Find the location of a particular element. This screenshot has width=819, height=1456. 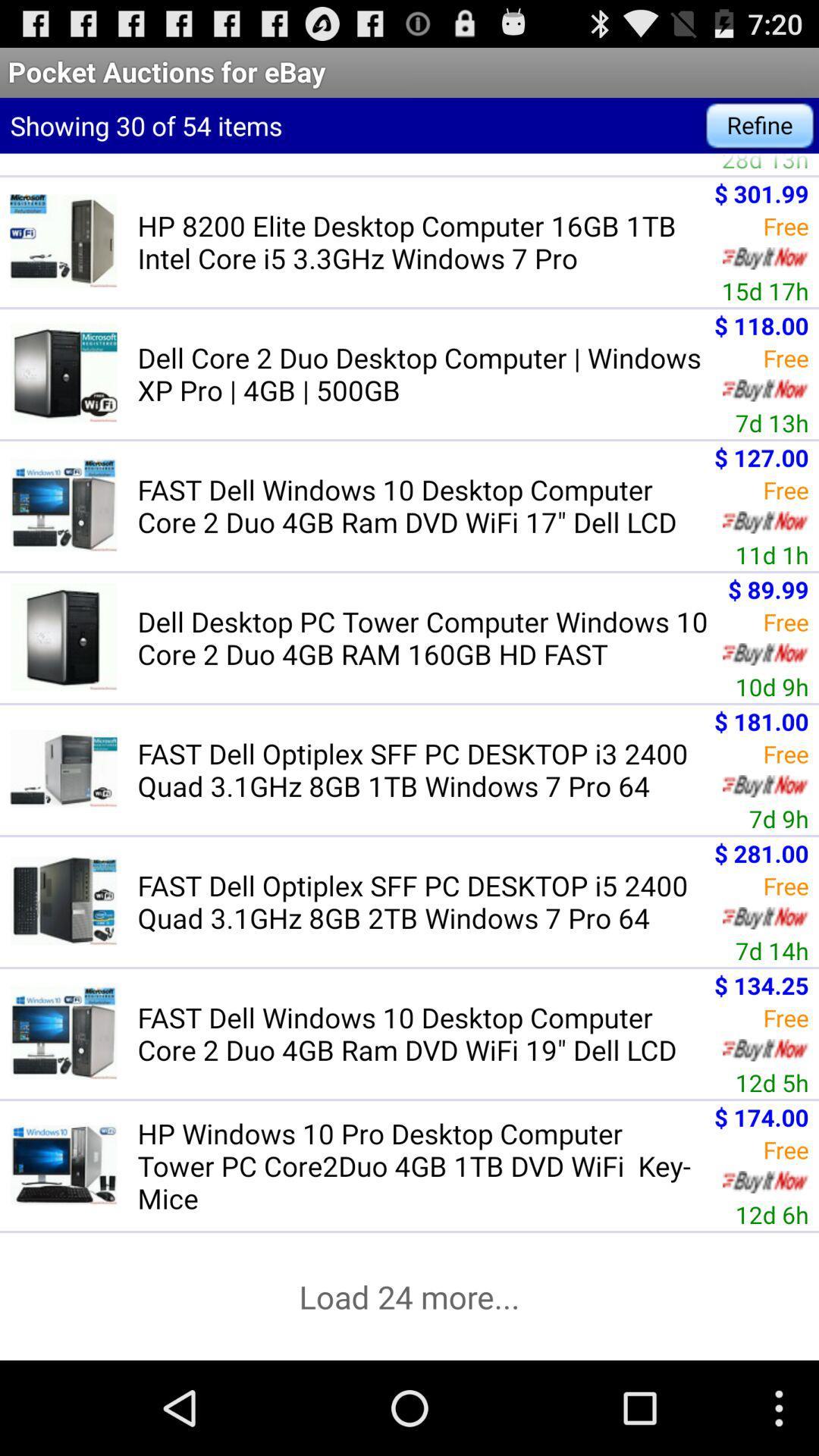

the 15d 17h icon is located at coordinates (765, 290).